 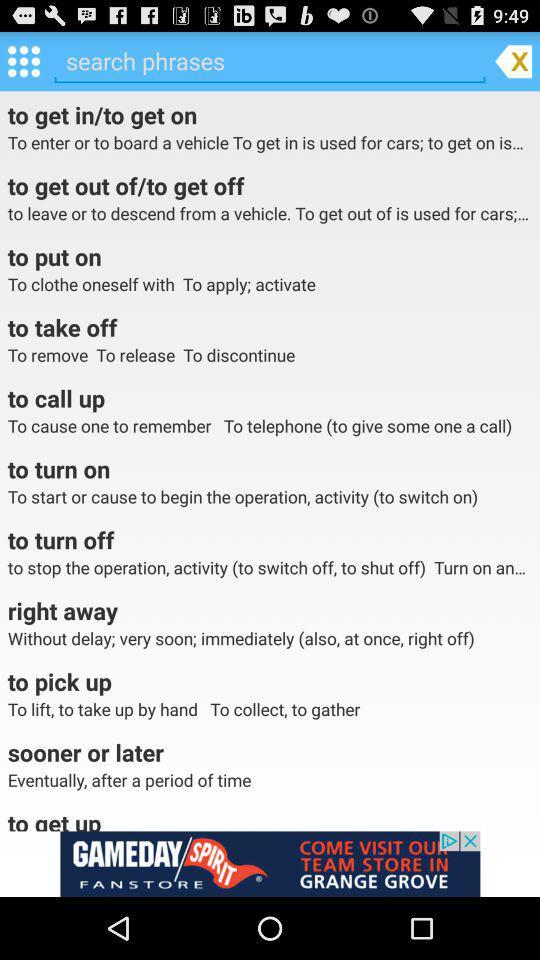 I want to click on more options, so click(x=22, y=59).